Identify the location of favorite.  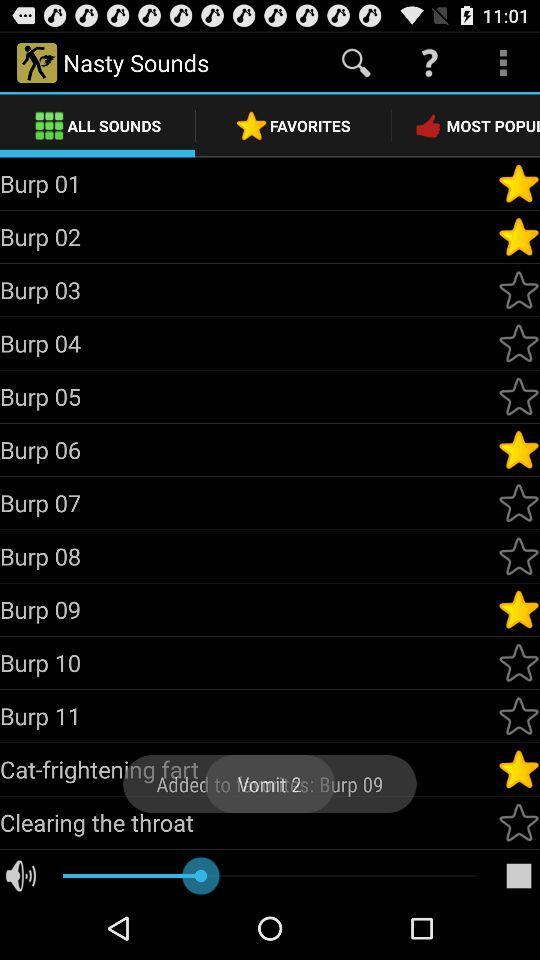
(518, 502).